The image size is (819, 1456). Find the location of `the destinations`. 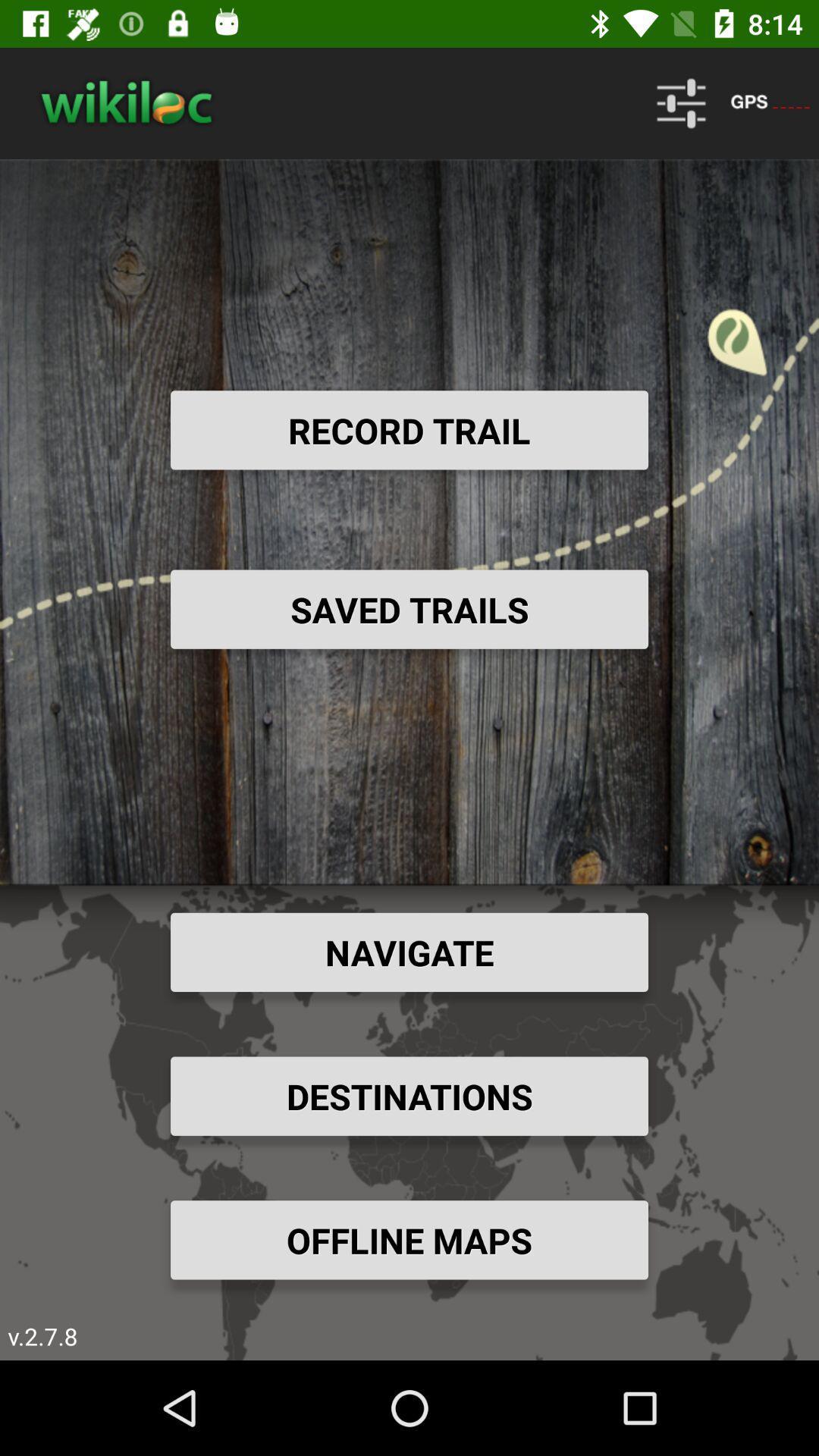

the destinations is located at coordinates (409, 1096).